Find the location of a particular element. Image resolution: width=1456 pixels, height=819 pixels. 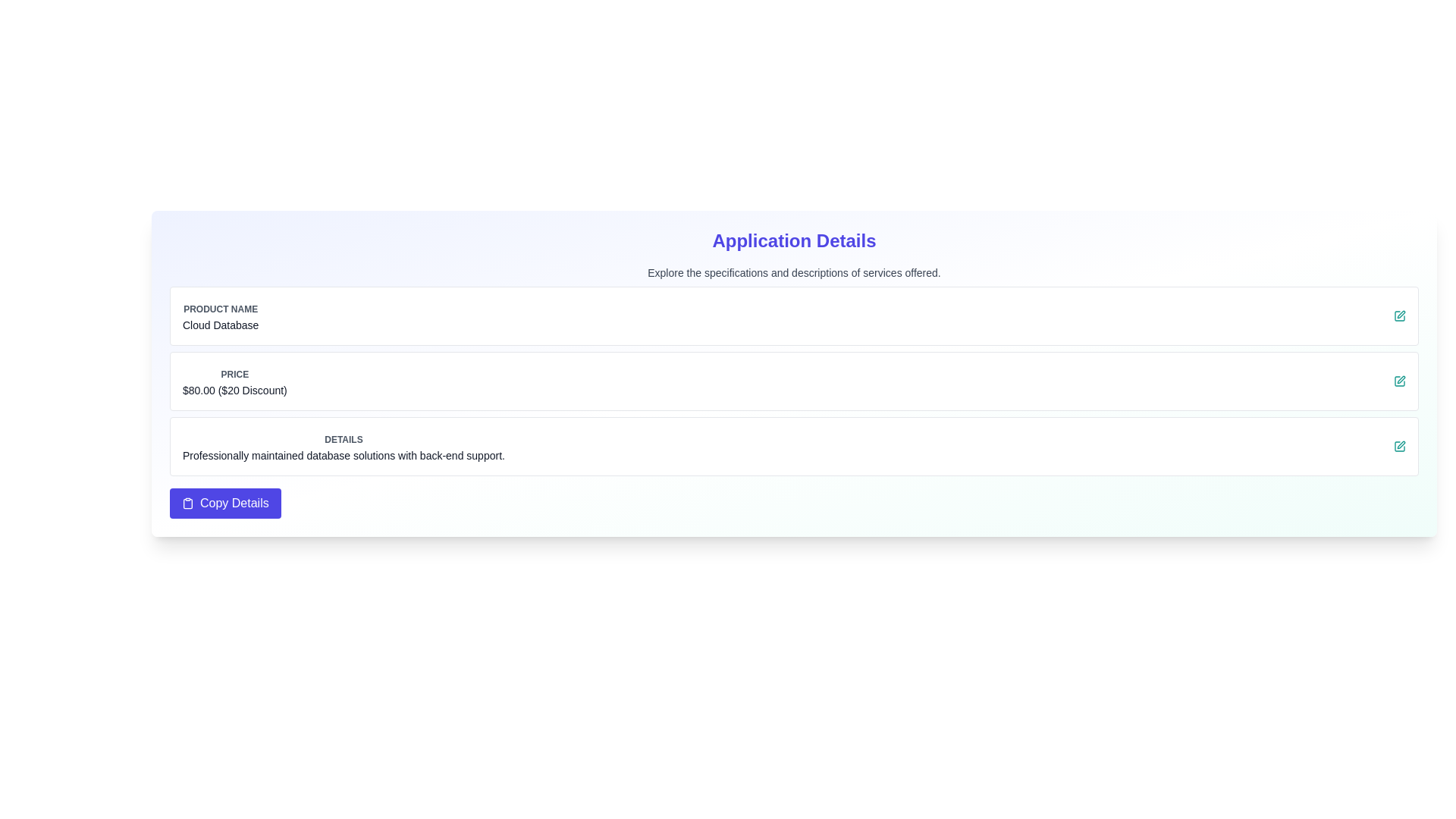

the static header text element displaying 'Application Details', which is bold, large-sized, and indigo, positioned centrally above a descriptive text block is located at coordinates (793, 240).